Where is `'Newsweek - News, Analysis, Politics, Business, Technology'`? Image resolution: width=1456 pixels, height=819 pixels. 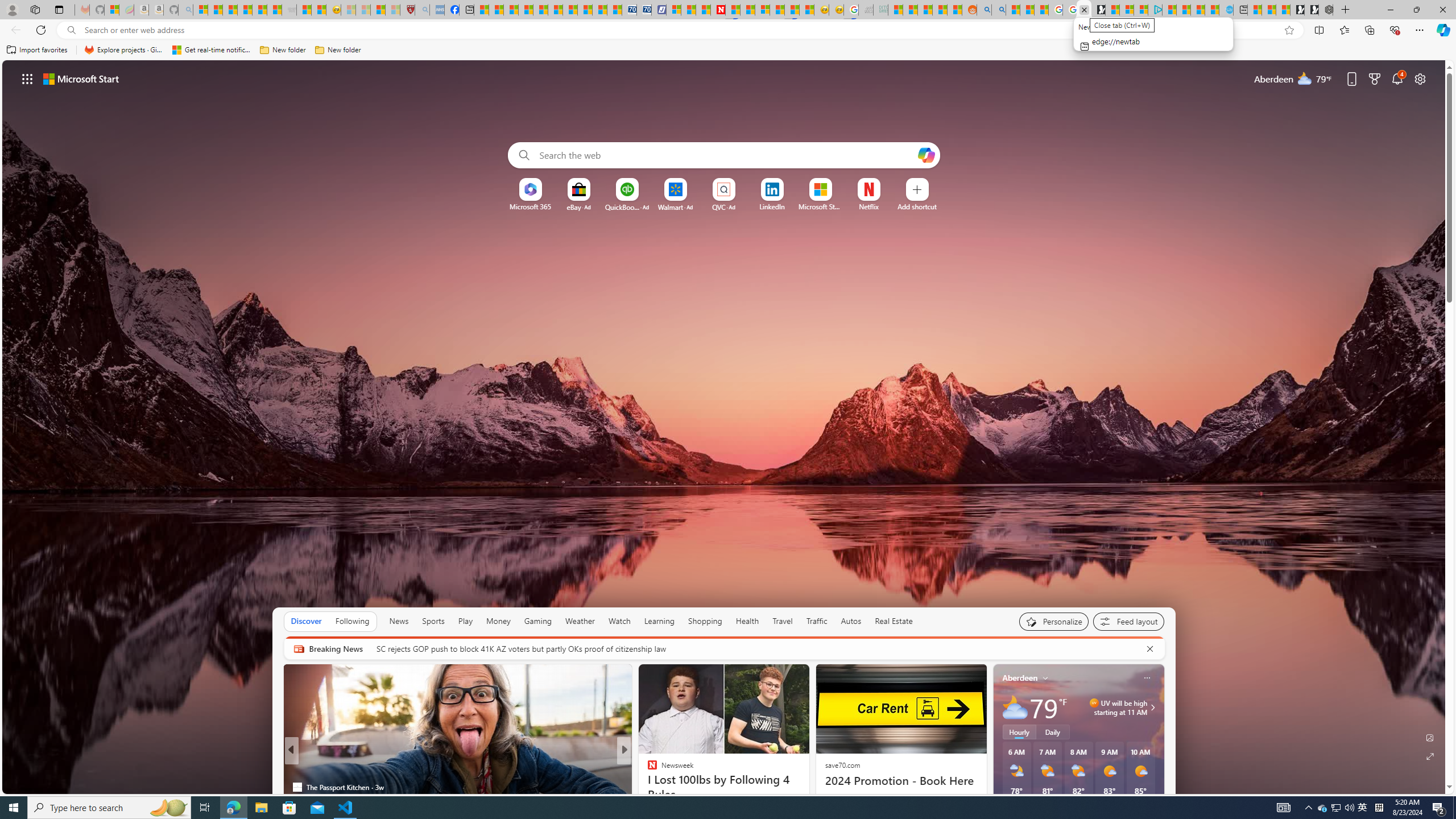
'Newsweek - News, Analysis, Politics, Business, Technology' is located at coordinates (718, 9).